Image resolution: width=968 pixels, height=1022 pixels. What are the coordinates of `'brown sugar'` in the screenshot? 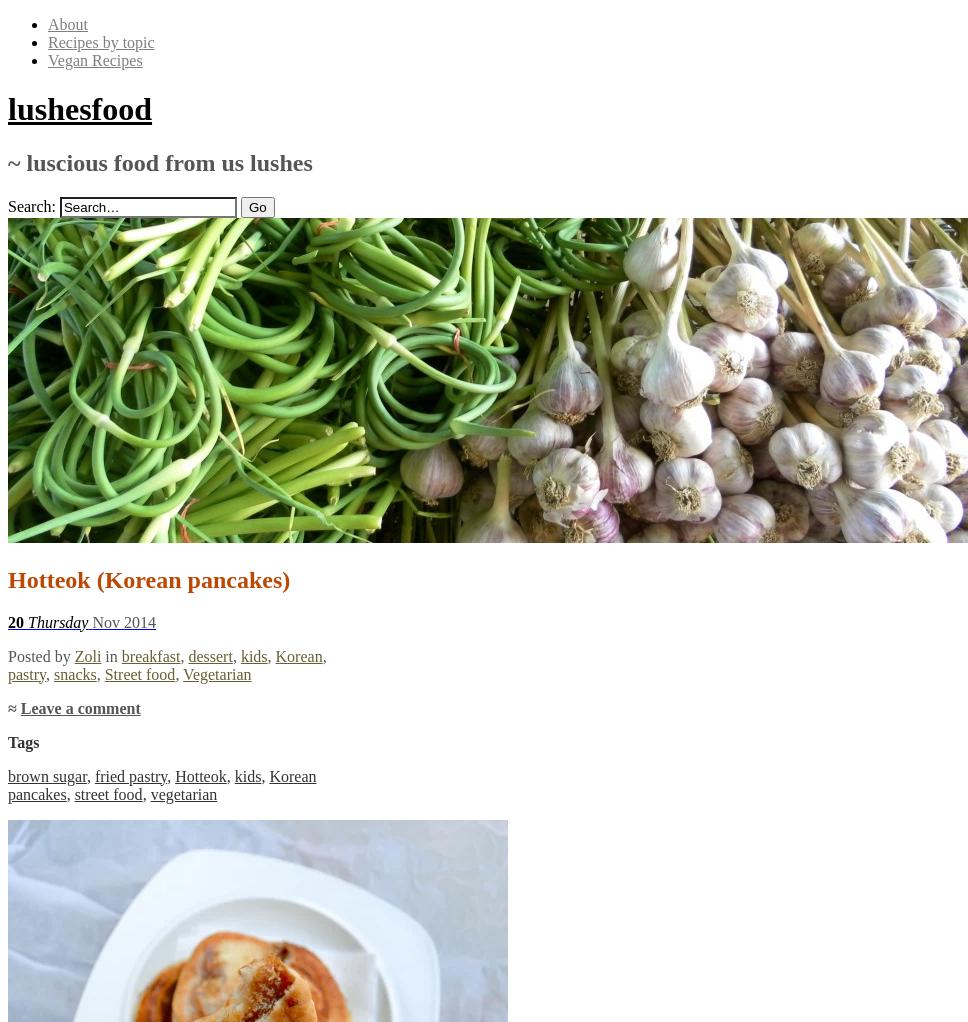 It's located at (46, 775).